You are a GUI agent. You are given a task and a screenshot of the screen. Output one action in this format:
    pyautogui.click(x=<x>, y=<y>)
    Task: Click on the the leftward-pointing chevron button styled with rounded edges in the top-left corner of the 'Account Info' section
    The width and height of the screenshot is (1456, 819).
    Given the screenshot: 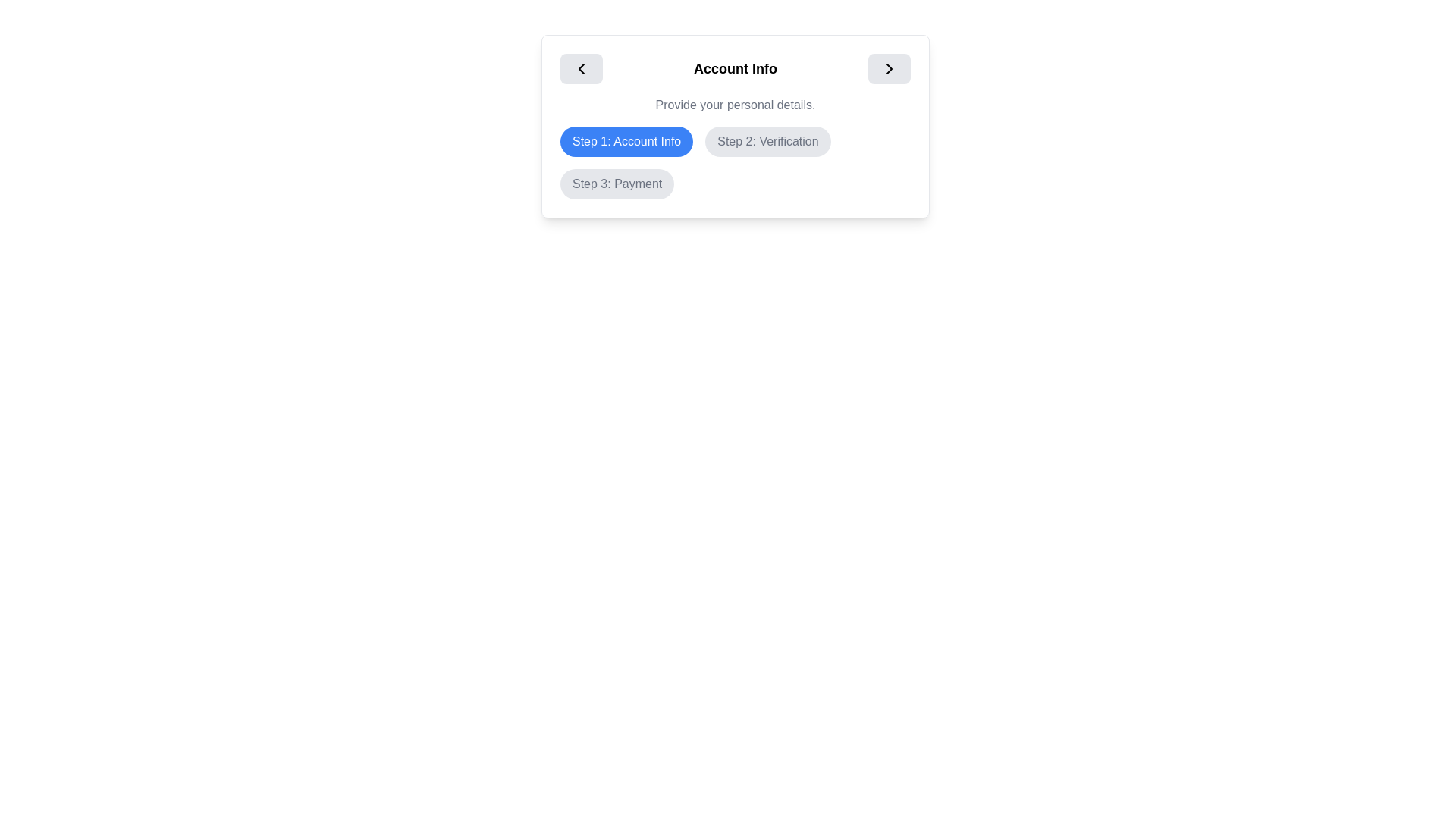 What is the action you would take?
    pyautogui.click(x=581, y=69)
    